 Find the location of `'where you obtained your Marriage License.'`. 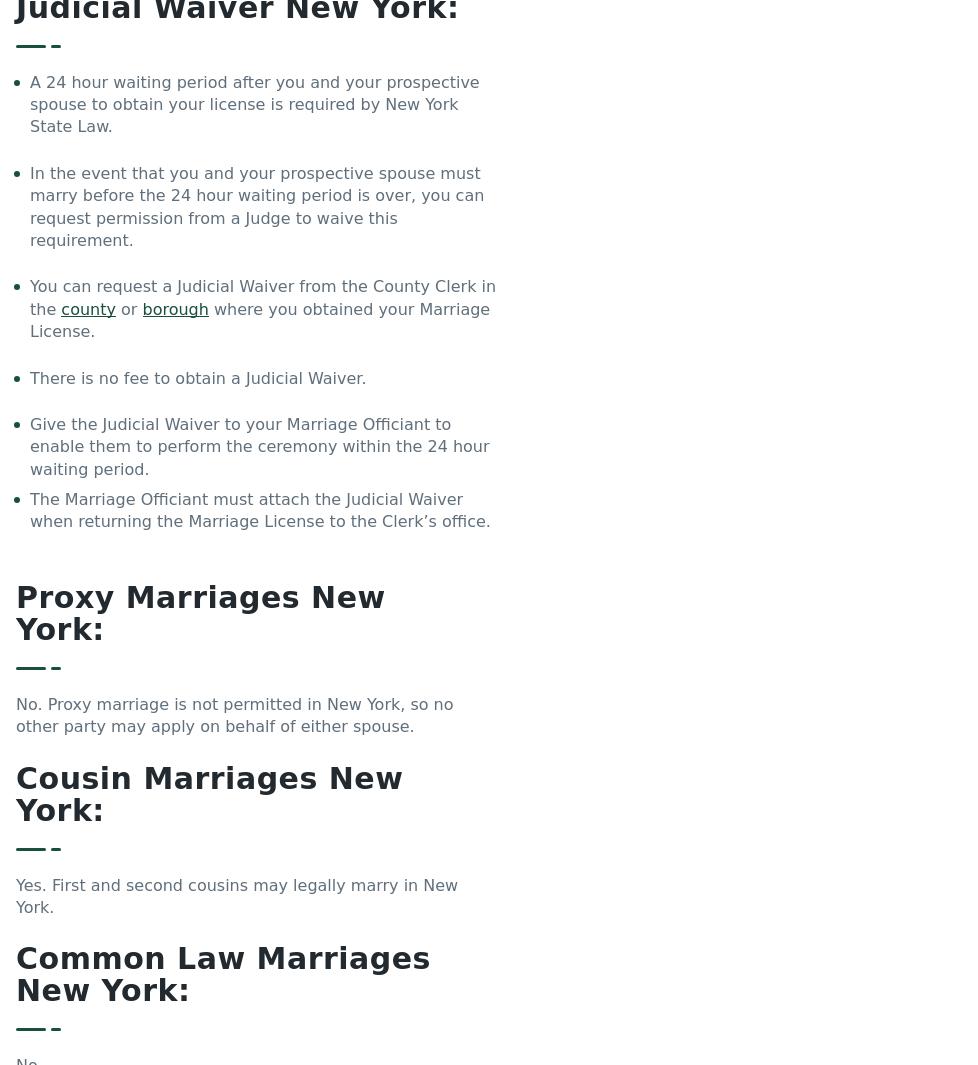

'where you obtained your Marriage License.' is located at coordinates (258, 319).